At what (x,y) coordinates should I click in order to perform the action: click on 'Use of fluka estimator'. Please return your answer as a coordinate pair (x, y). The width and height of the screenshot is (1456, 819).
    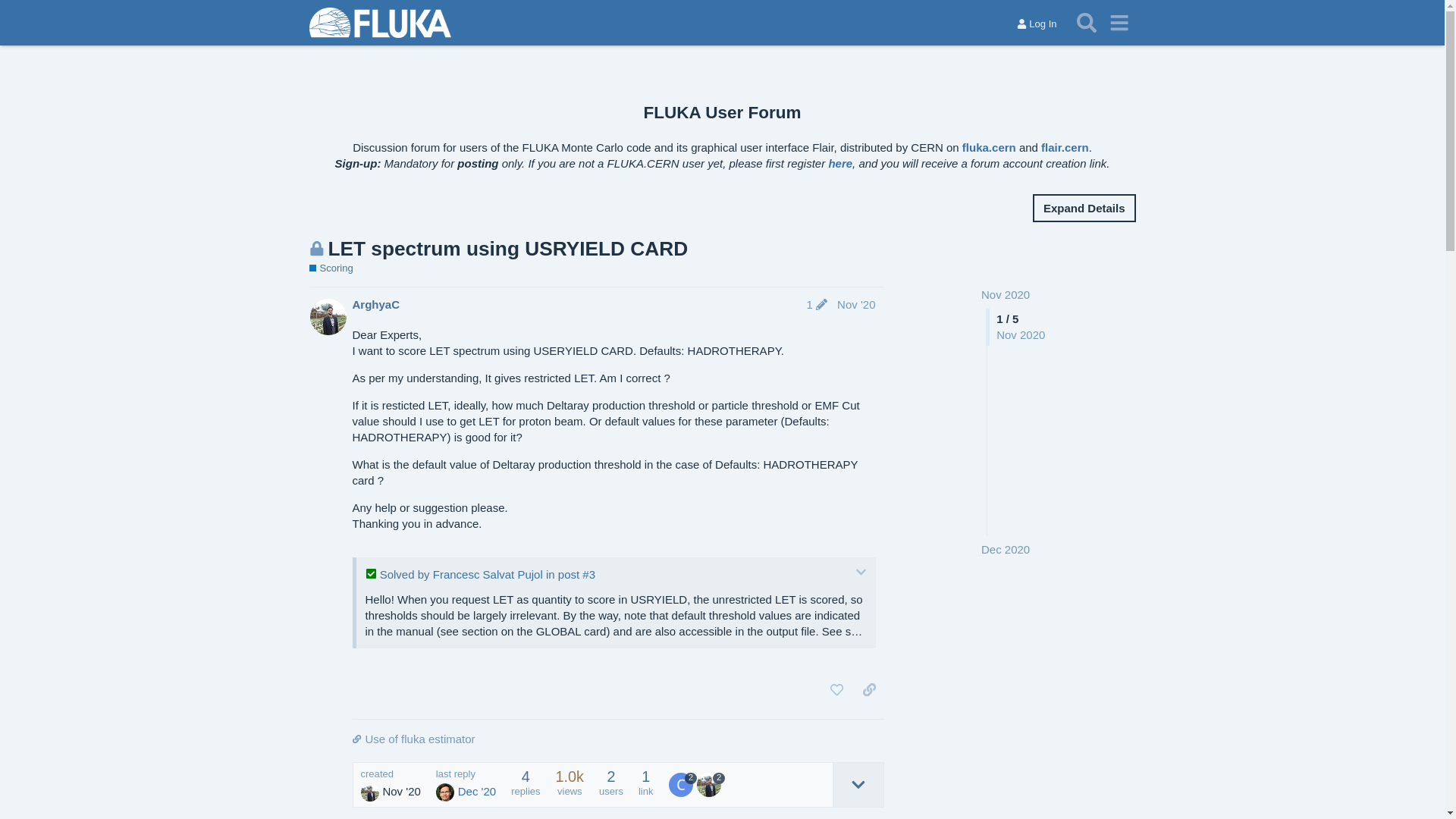
    Looking at the image, I should click on (617, 738).